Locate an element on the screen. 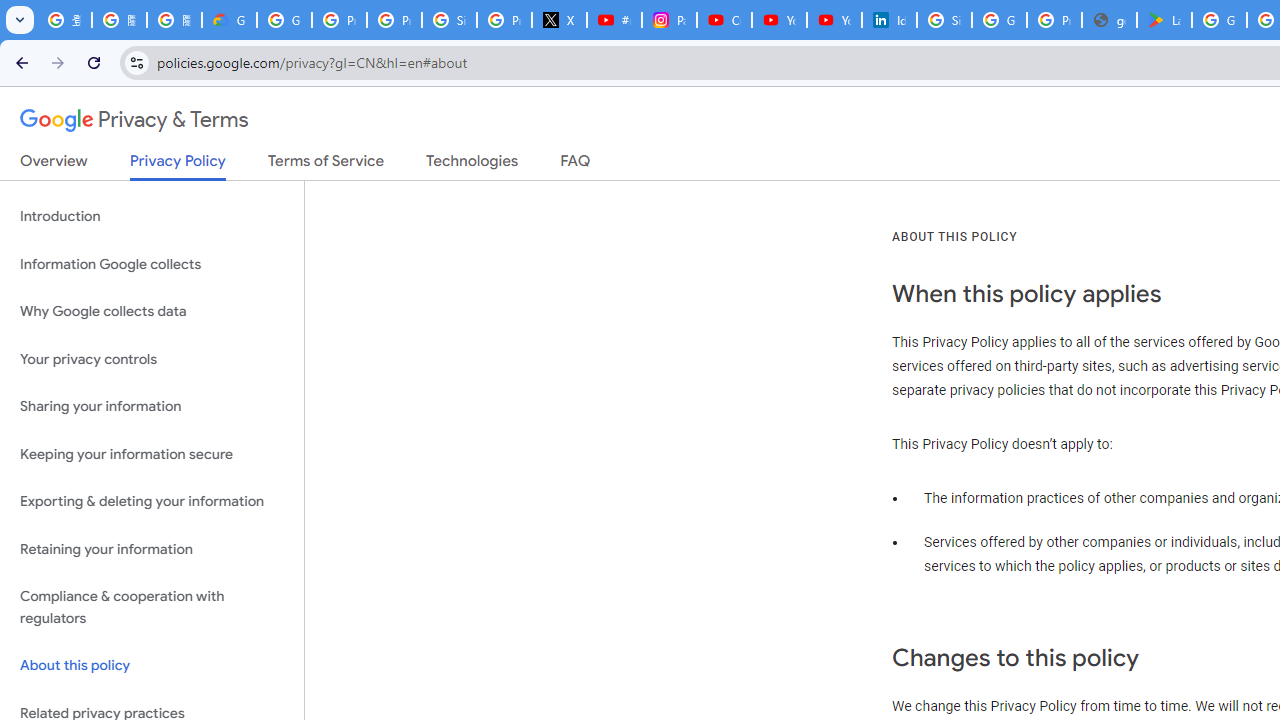 This screenshot has width=1280, height=720. 'Terms of Service' is located at coordinates (326, 164).